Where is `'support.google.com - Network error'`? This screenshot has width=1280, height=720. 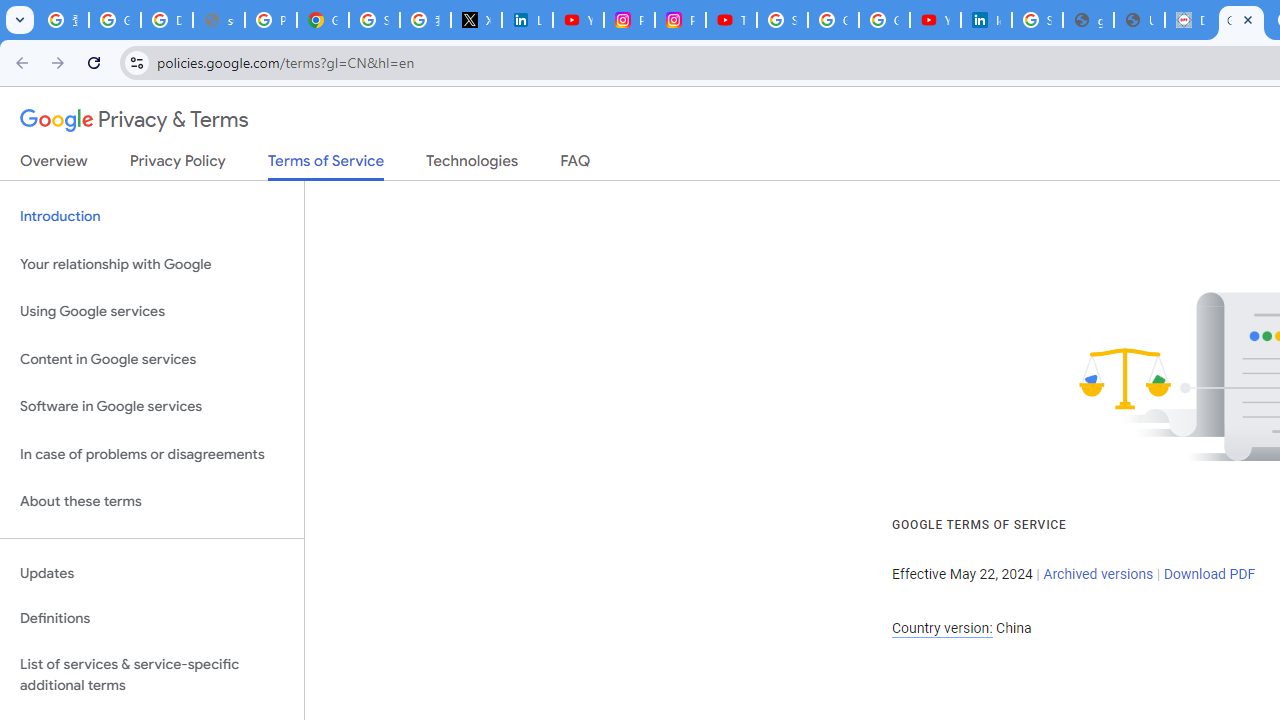
'support.google.com - Network error' is located at coordinates (218, 20).